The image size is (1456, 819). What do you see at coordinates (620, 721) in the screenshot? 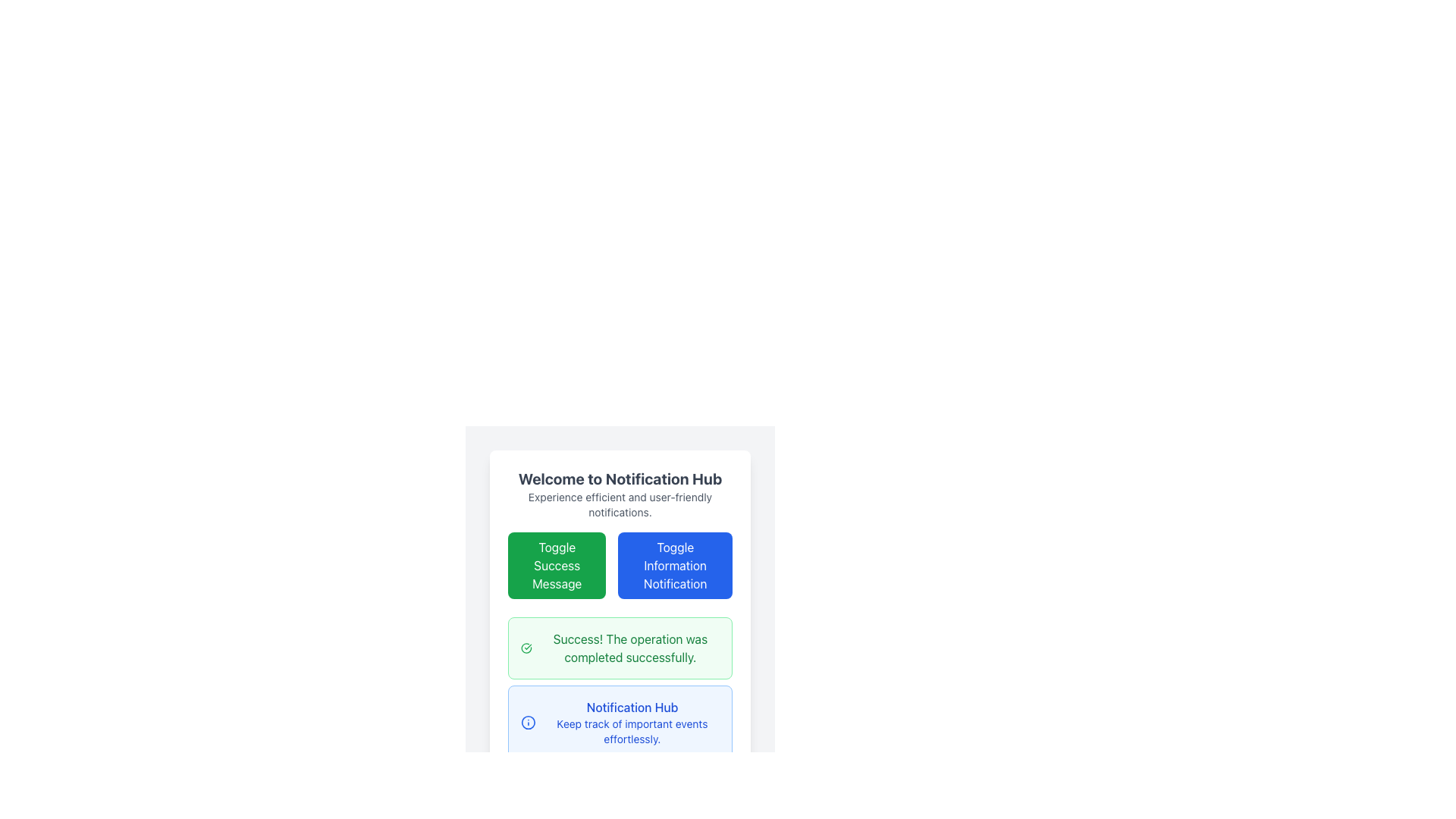
I see `the second notification box, which provides general information notifications to the user` at bounding box center [620, 721].